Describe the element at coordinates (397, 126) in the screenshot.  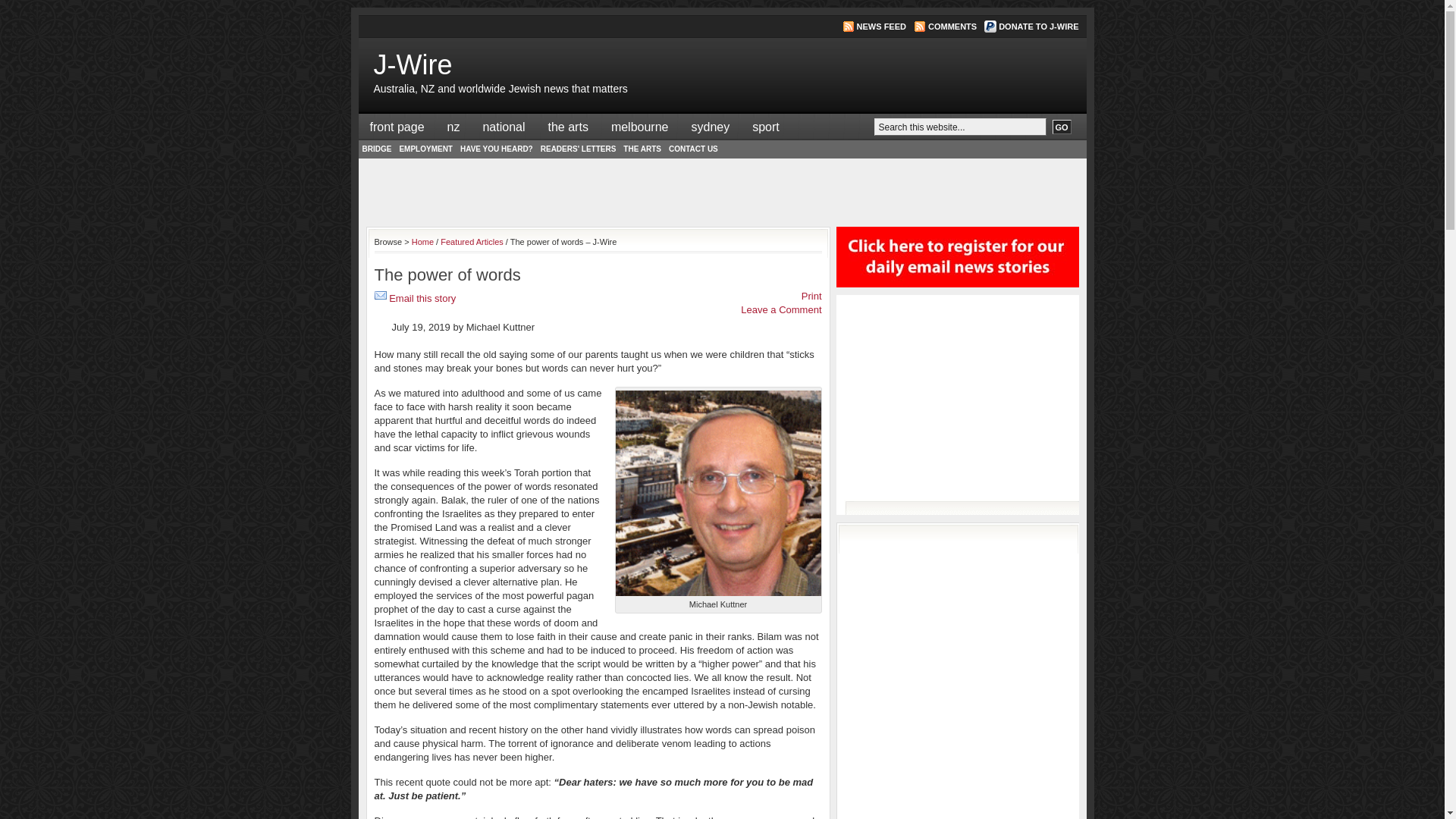
I see `'front page'` at that location.